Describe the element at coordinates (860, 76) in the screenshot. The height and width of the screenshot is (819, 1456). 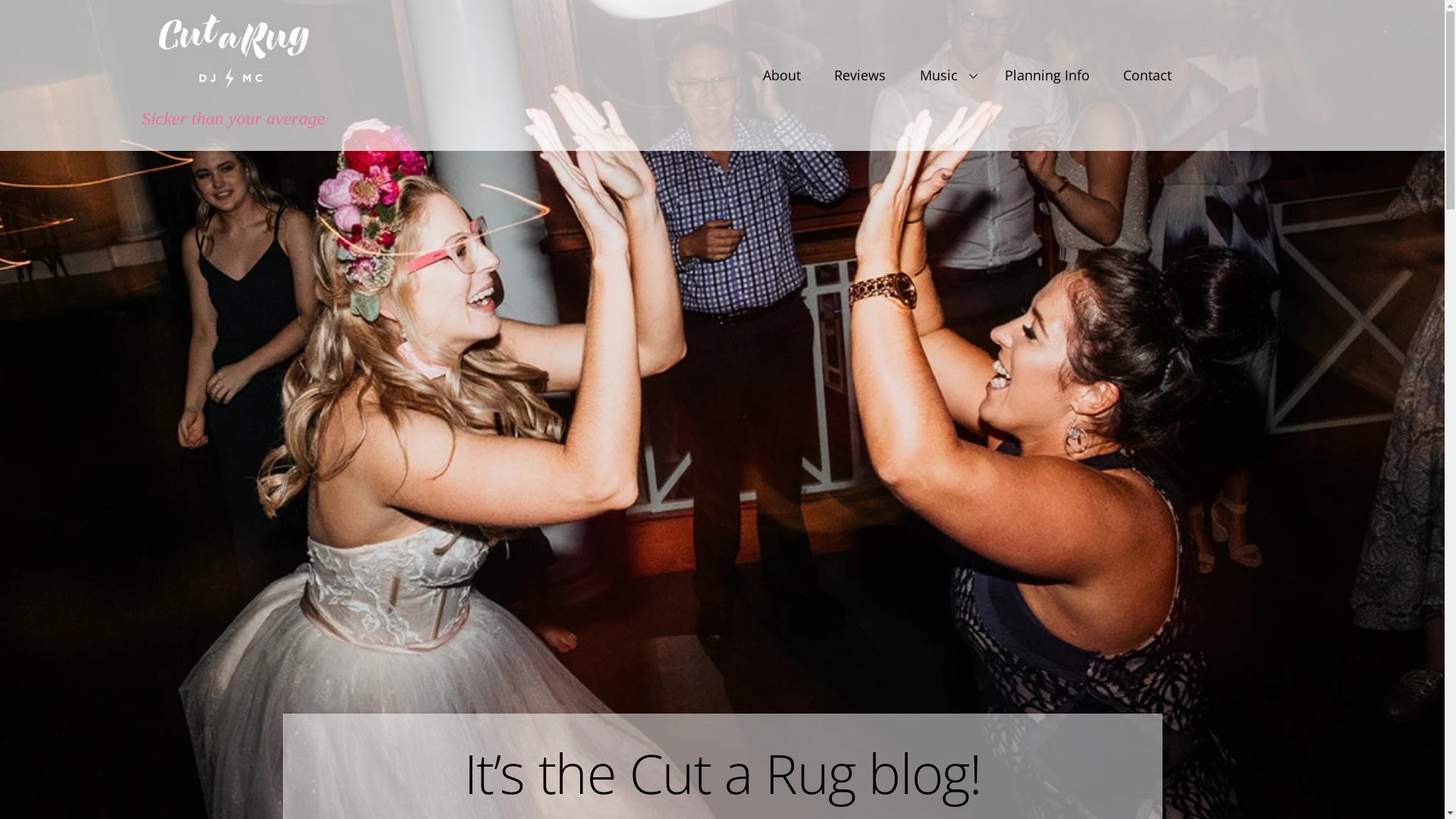
I see `'Reviews'` at that location.